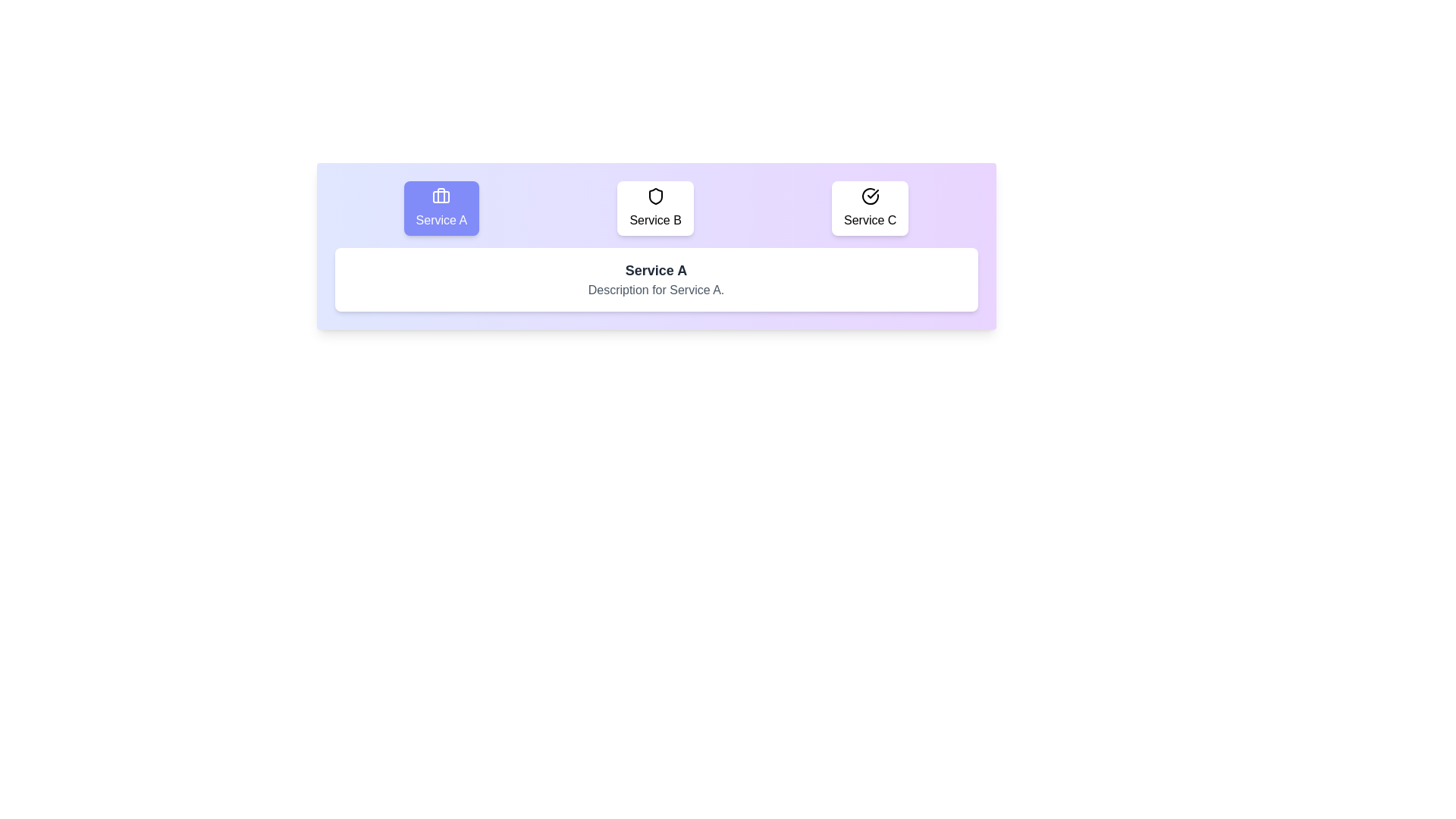 The width and height of the screenshot is (1456, 819). What do you see at coordinates (441, 220) in the screenshot?
I see `text label displaying 'Service A' which is in white font and located within a purple rounded rectangle background, centrally positioned below a briefcase icon` at bounding box center [441, 220].